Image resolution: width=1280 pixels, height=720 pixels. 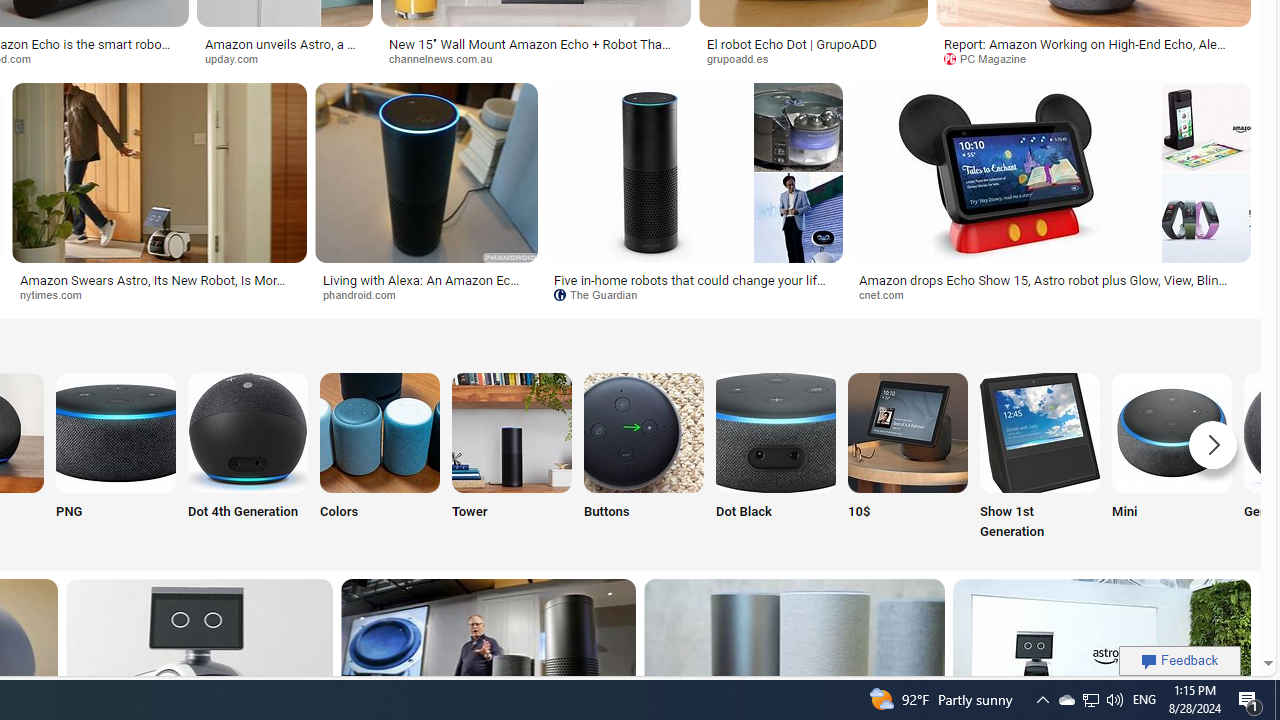 I want to click on 'Amazon Echo Tower', so click(x=512, y=431).